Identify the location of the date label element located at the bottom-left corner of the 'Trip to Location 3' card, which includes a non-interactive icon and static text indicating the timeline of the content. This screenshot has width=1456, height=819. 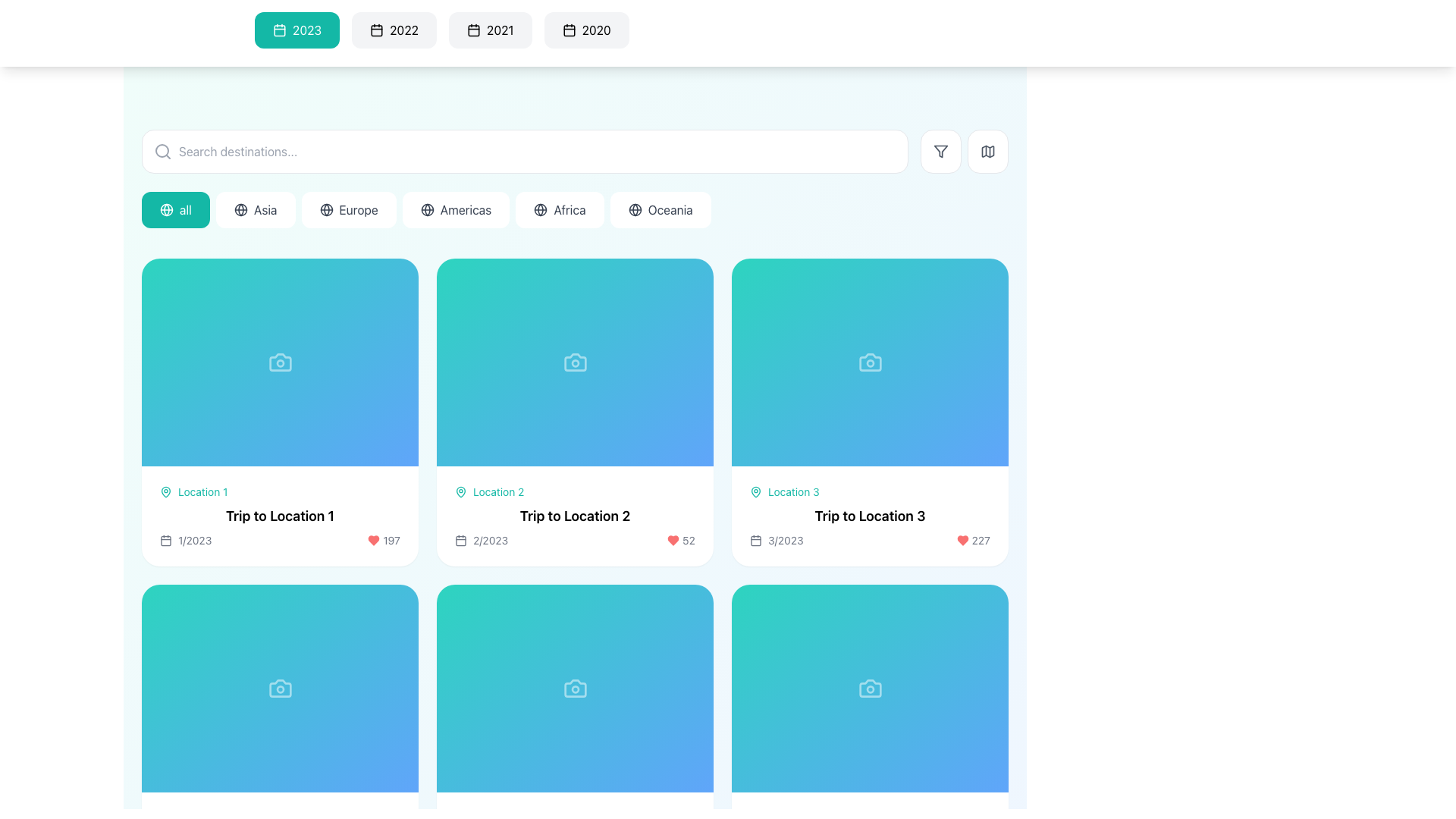
(777, 539).